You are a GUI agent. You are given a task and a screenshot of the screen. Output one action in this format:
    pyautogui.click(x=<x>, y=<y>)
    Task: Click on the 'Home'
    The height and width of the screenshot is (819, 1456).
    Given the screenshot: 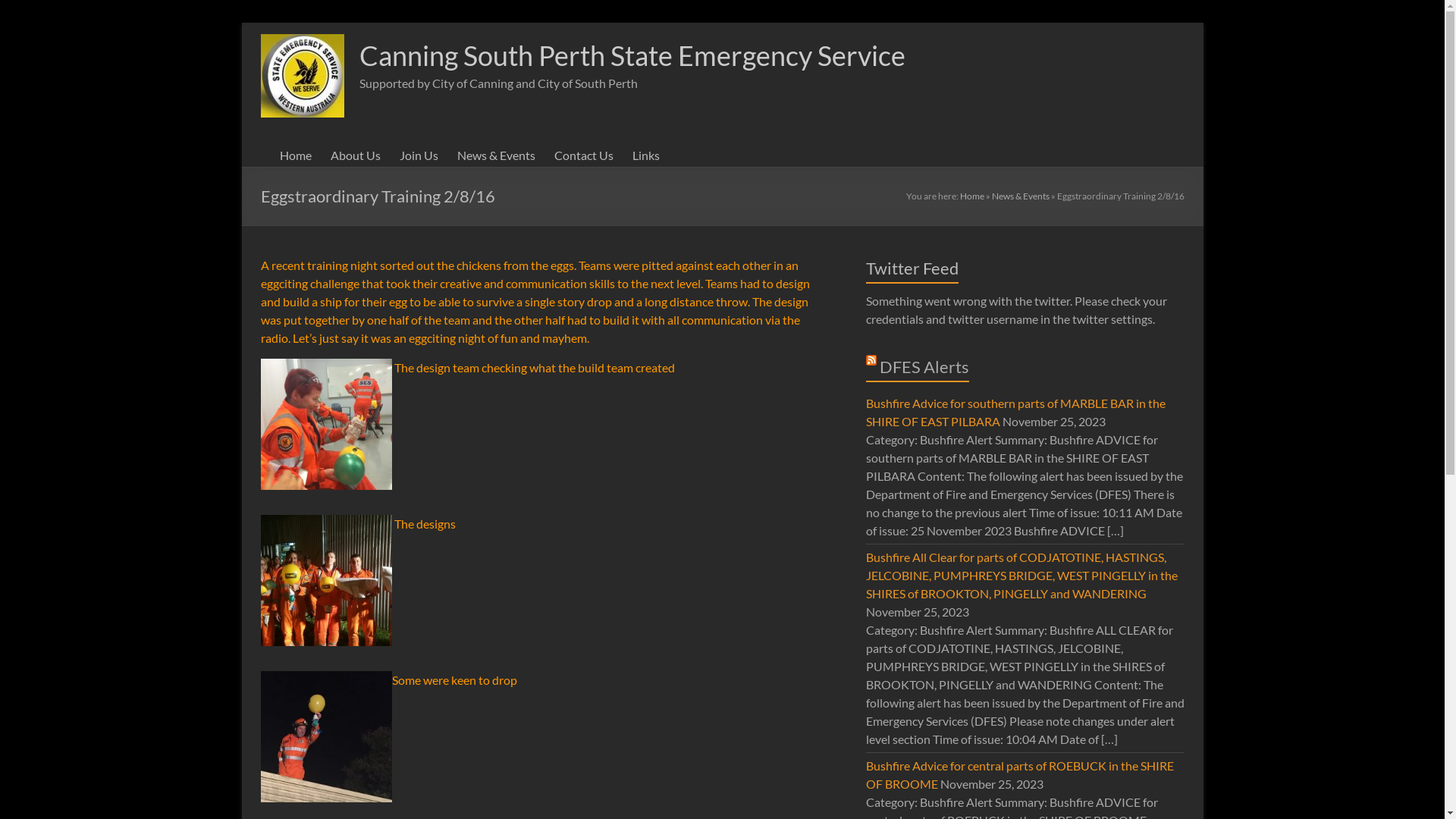 What is the action you would take?
    pyautogui.click(x=959, y=195)
    